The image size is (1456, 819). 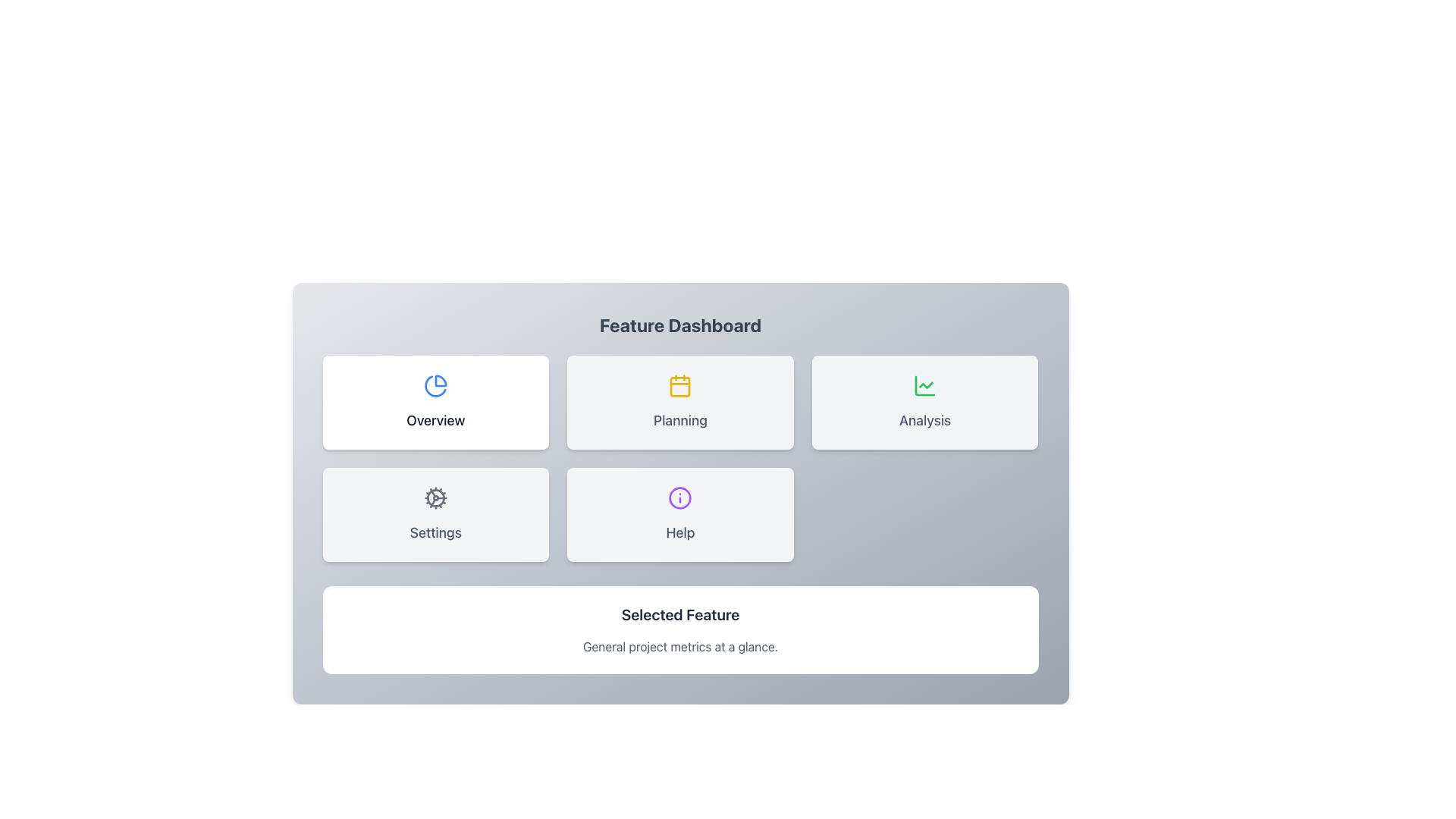 I want to click on the 'Settings' navigation card, which is the fourth option in a grid of six, located at the bottom left corner, so click(x=435, y=513).